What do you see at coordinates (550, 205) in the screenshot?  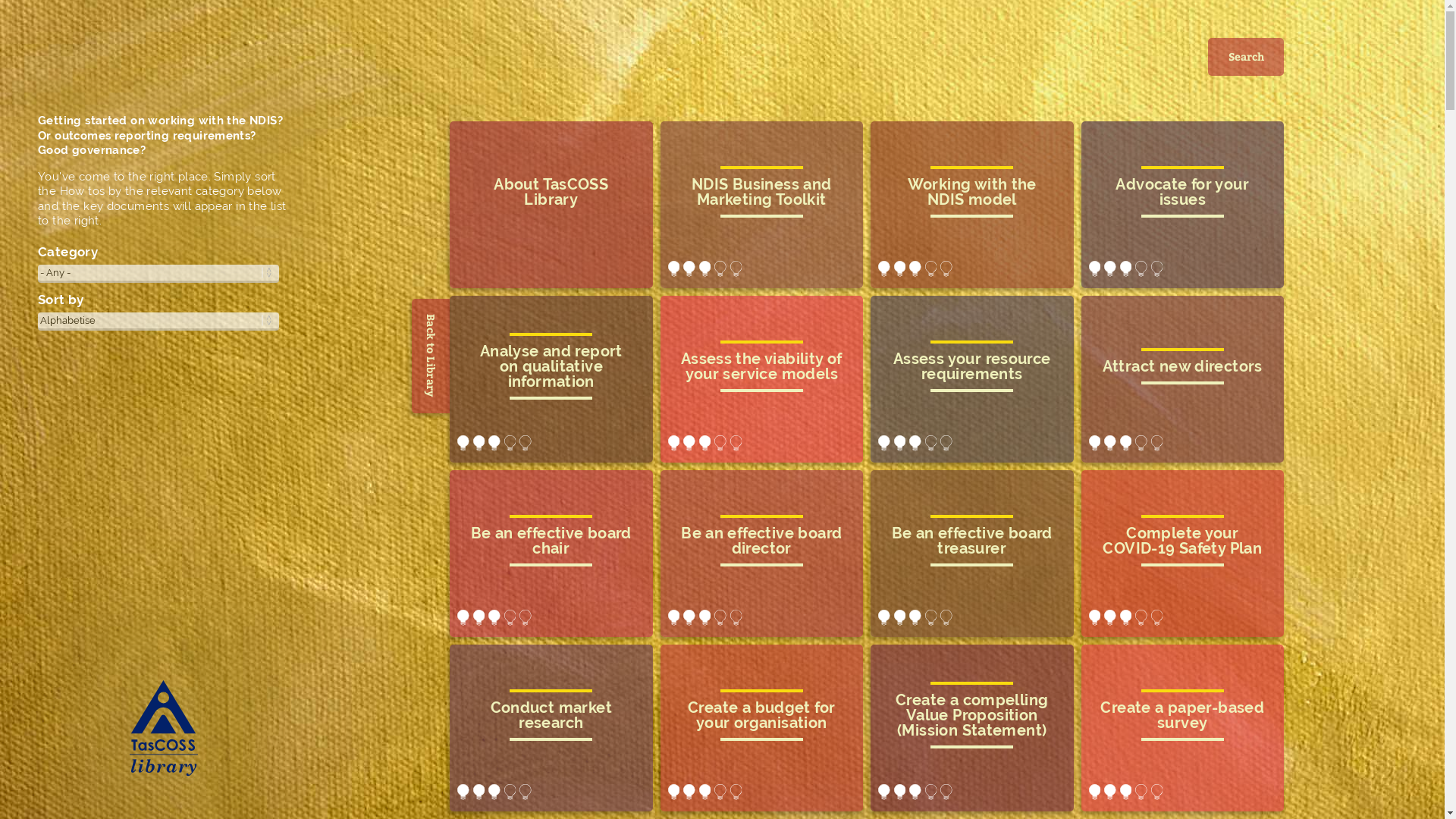 I see `'About TasCOSS Library'` at bounding box center [550, 205].